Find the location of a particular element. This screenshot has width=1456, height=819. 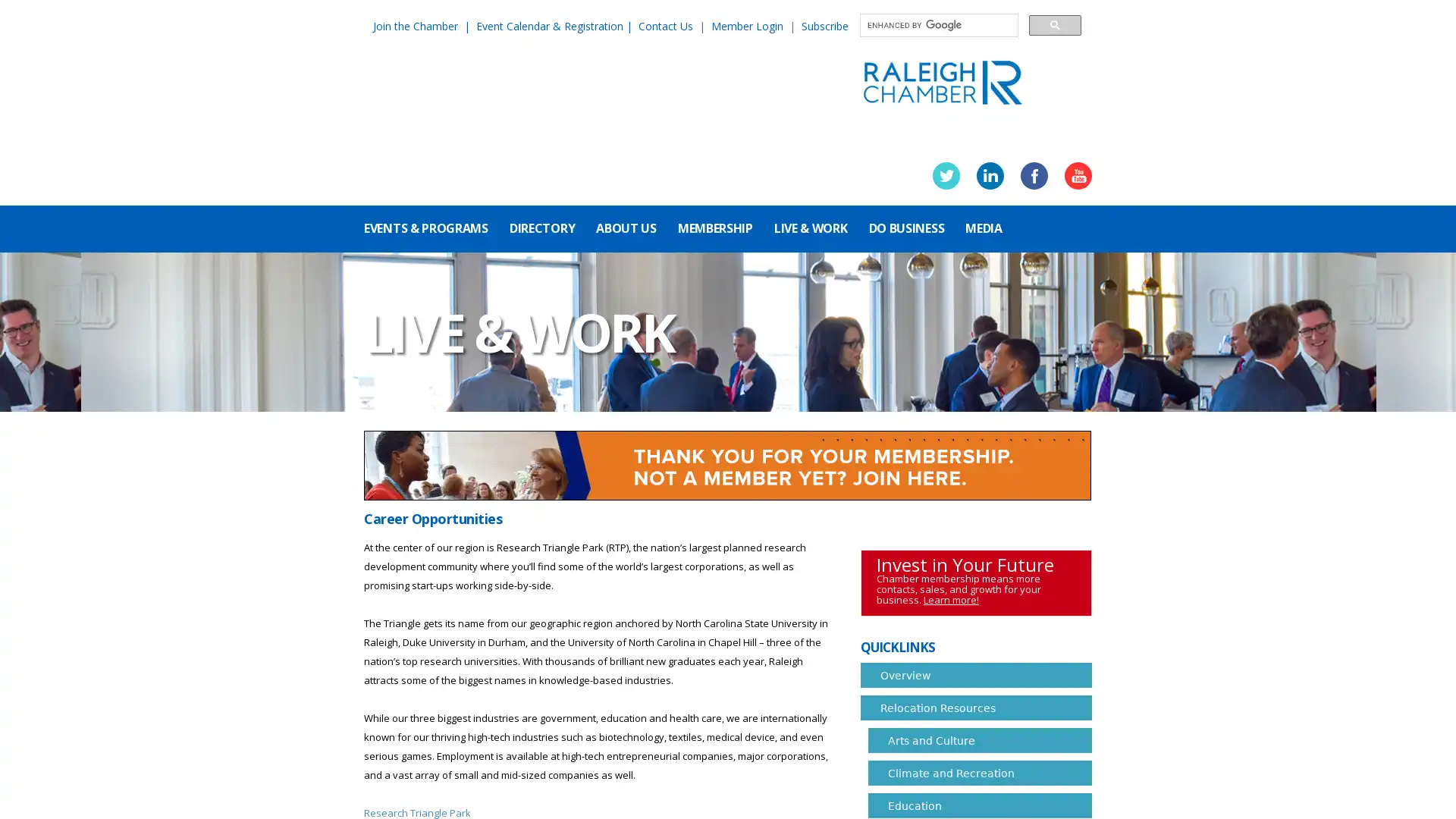

search is located at coordinates (1054, 24).